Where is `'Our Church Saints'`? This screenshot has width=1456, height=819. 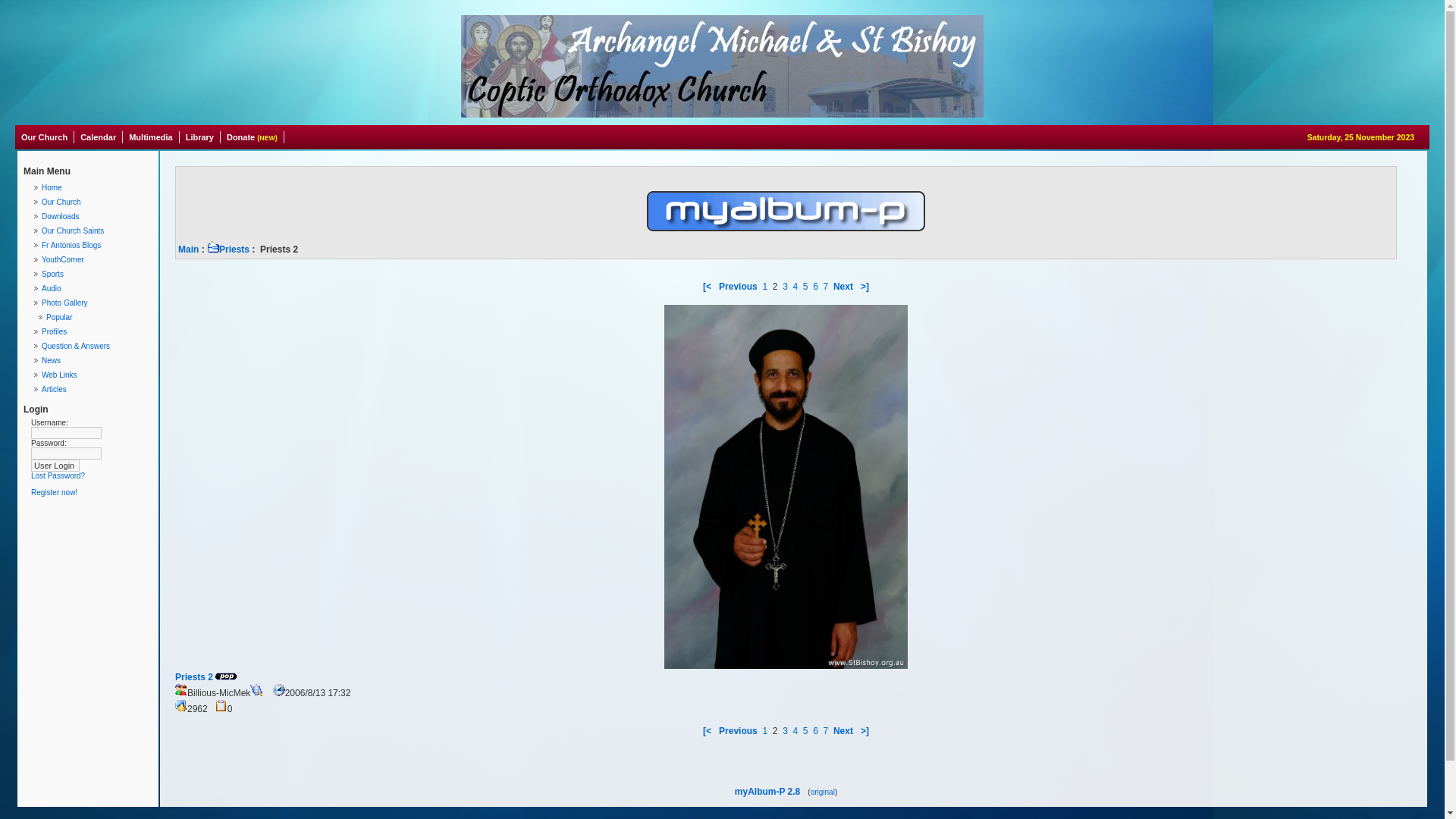 'Our Church Saints' is located at coordinates (90, 231).